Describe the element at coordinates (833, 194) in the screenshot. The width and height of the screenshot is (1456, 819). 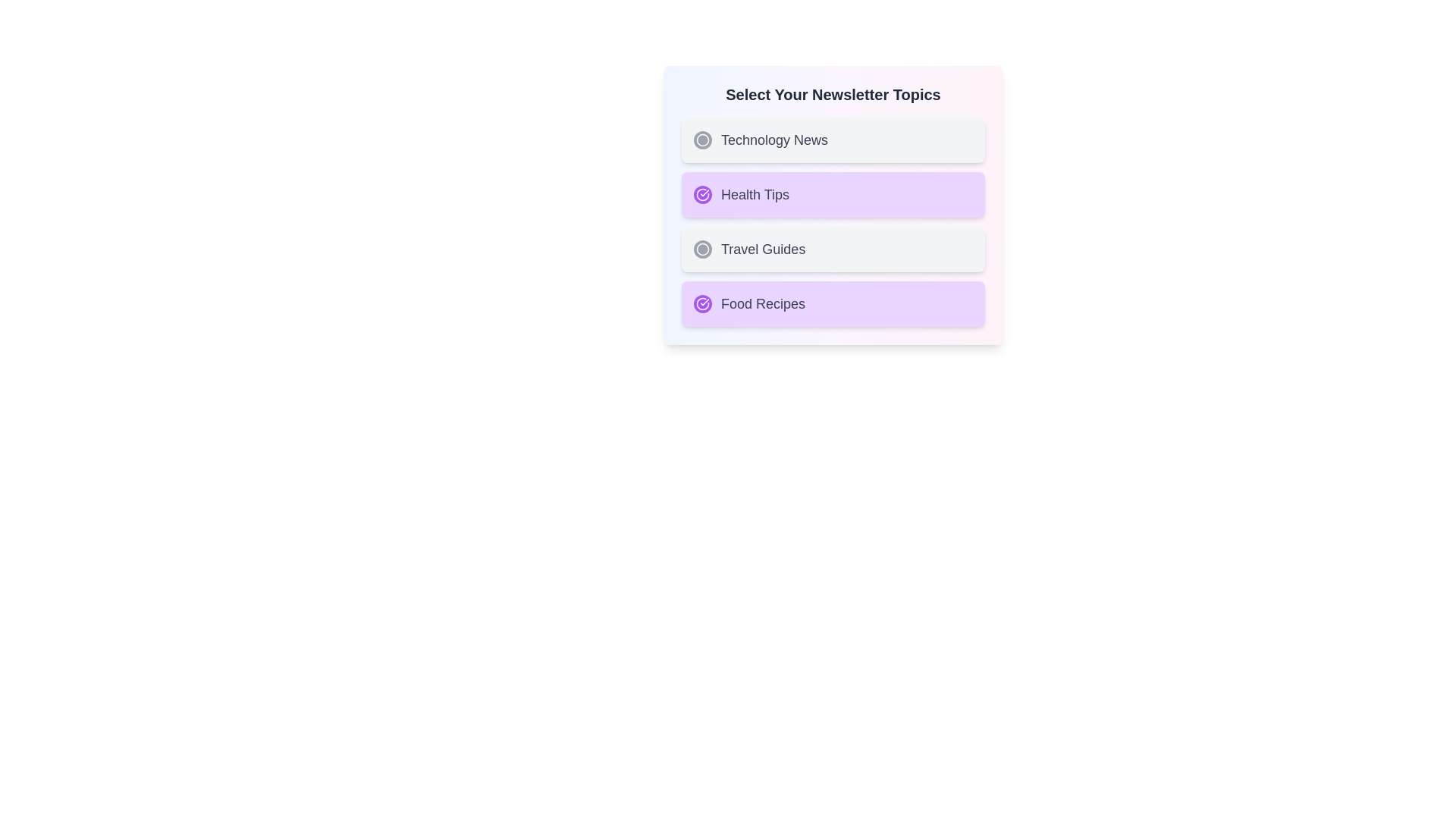
I see `the topic Health Tips` at that location.